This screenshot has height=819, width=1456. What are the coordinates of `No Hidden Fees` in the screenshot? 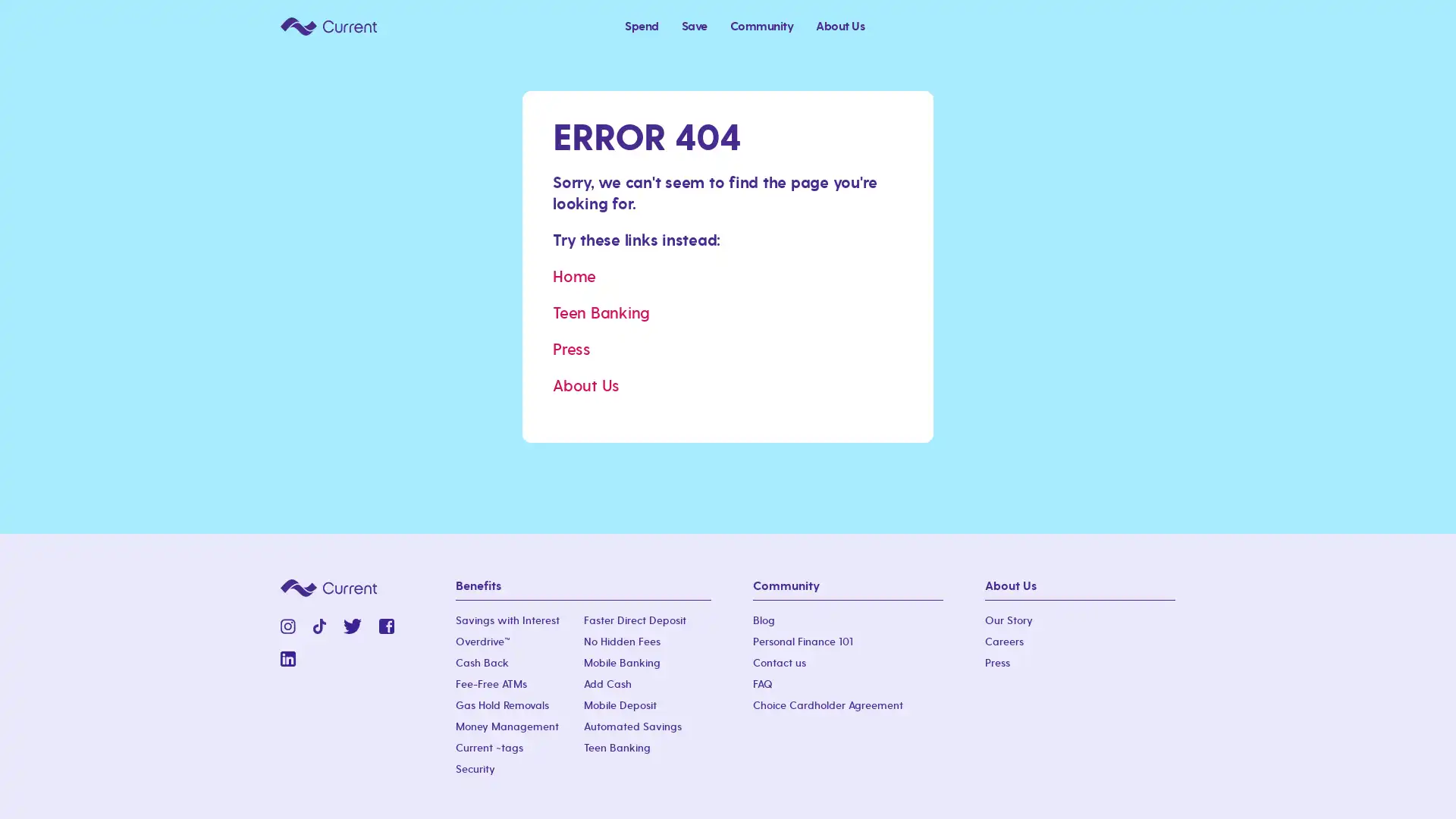 It's located at (621, 642).